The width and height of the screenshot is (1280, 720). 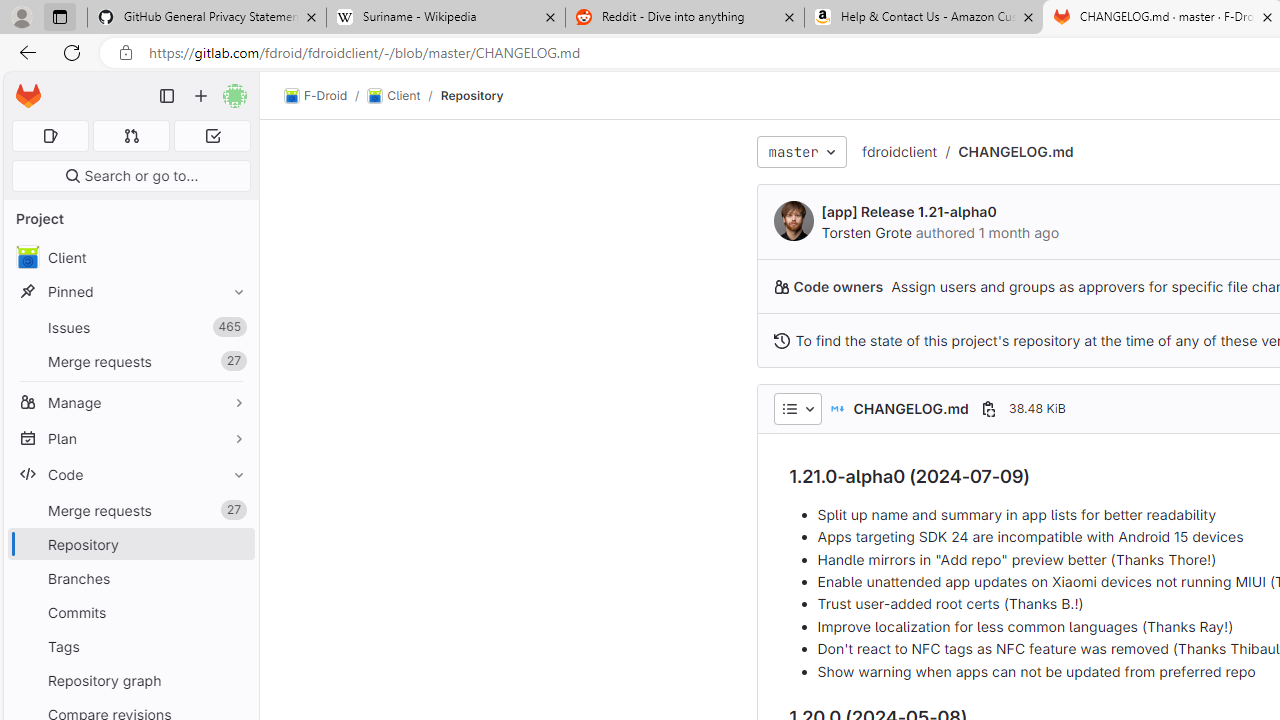 What do you see at coordinates (315, 96) in the screenshot?
I see `'F-Droid'` at bounding box center [315, 96].